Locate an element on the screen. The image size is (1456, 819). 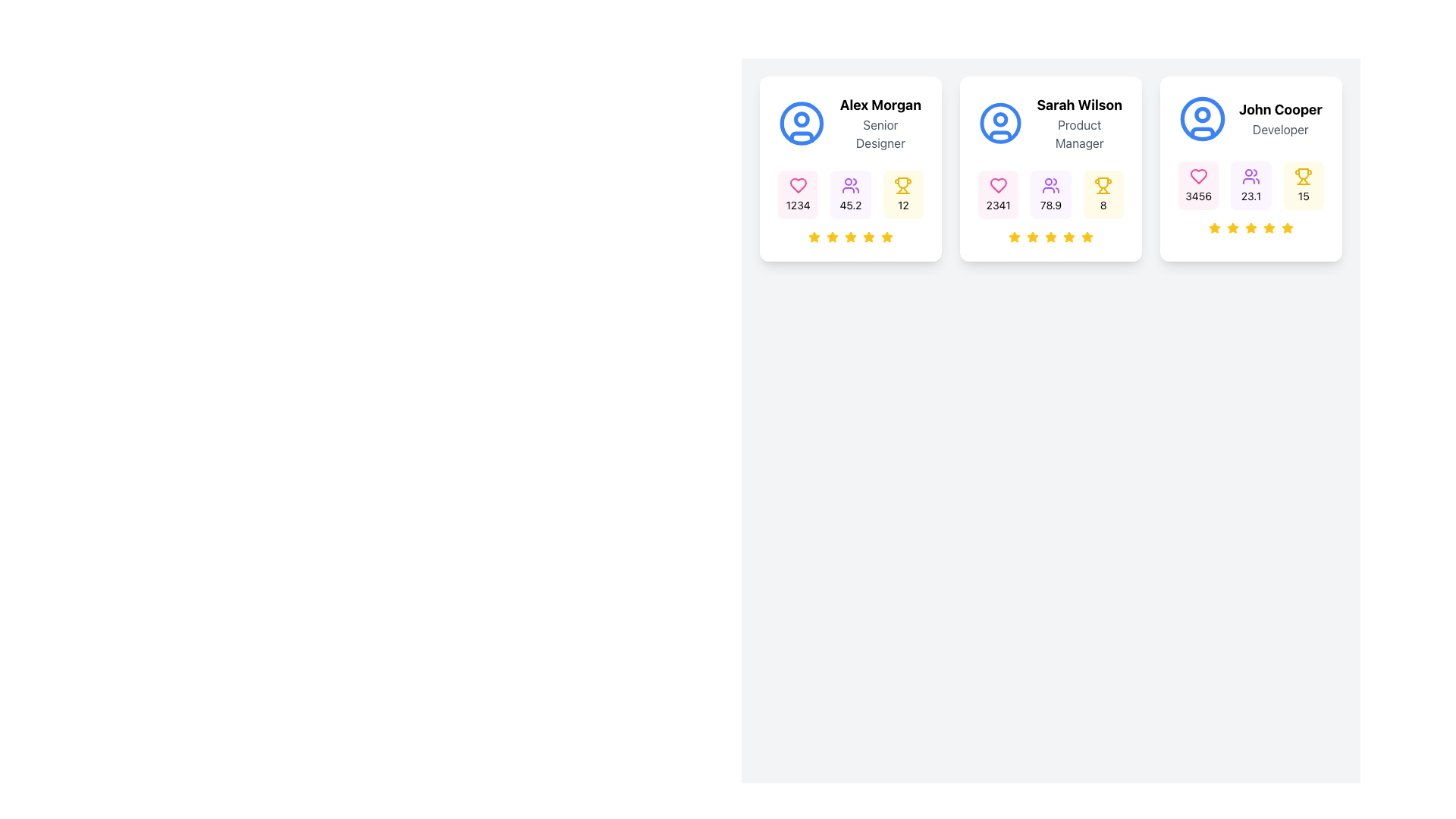
the prominent blue circular outline with a white fill that represents the user avatar in the third user card on the right-hand side of the interface is located at coordinates (1201, 118).